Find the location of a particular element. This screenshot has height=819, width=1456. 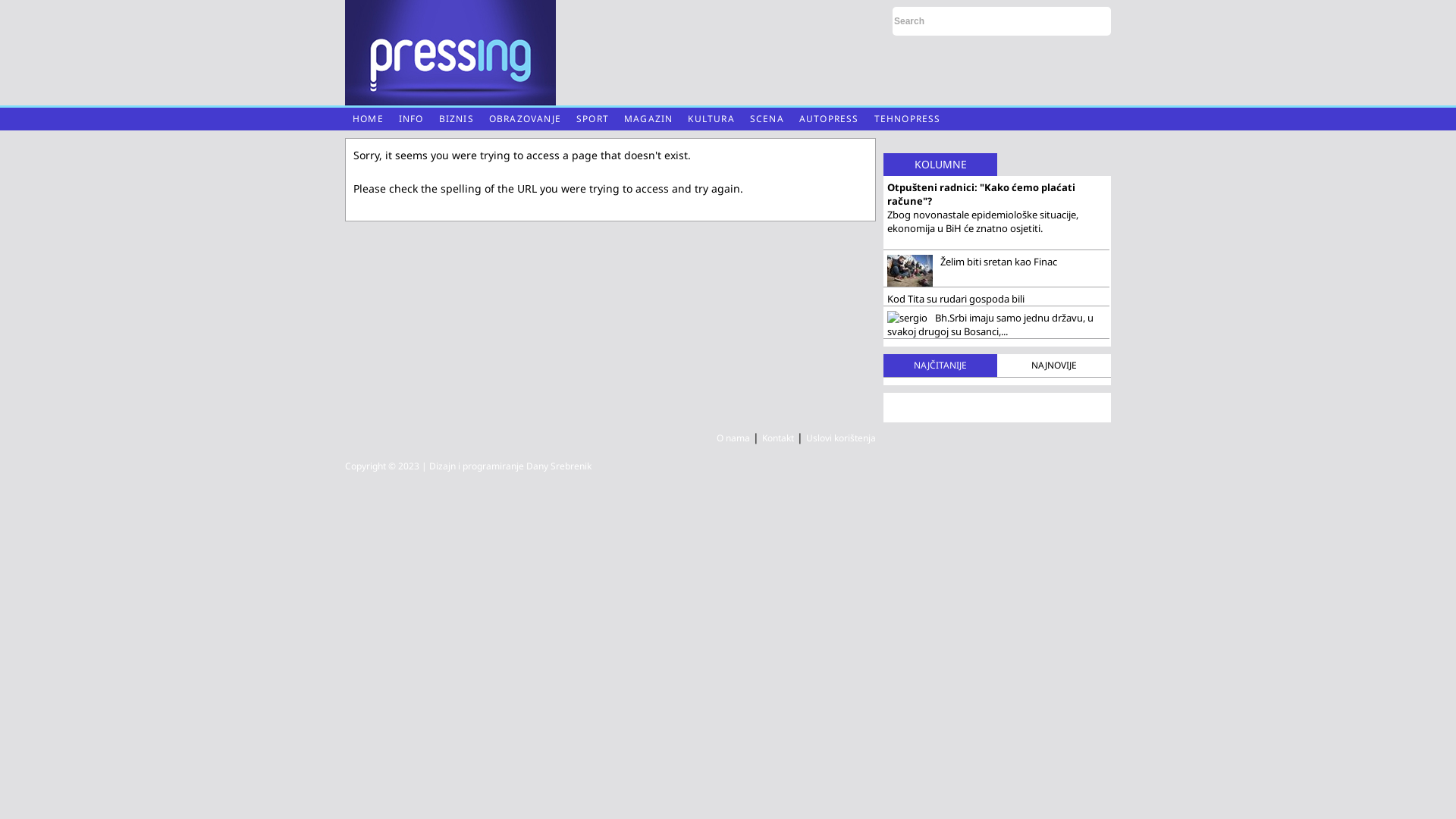

'O nama' is located at coordinates (733, 438).